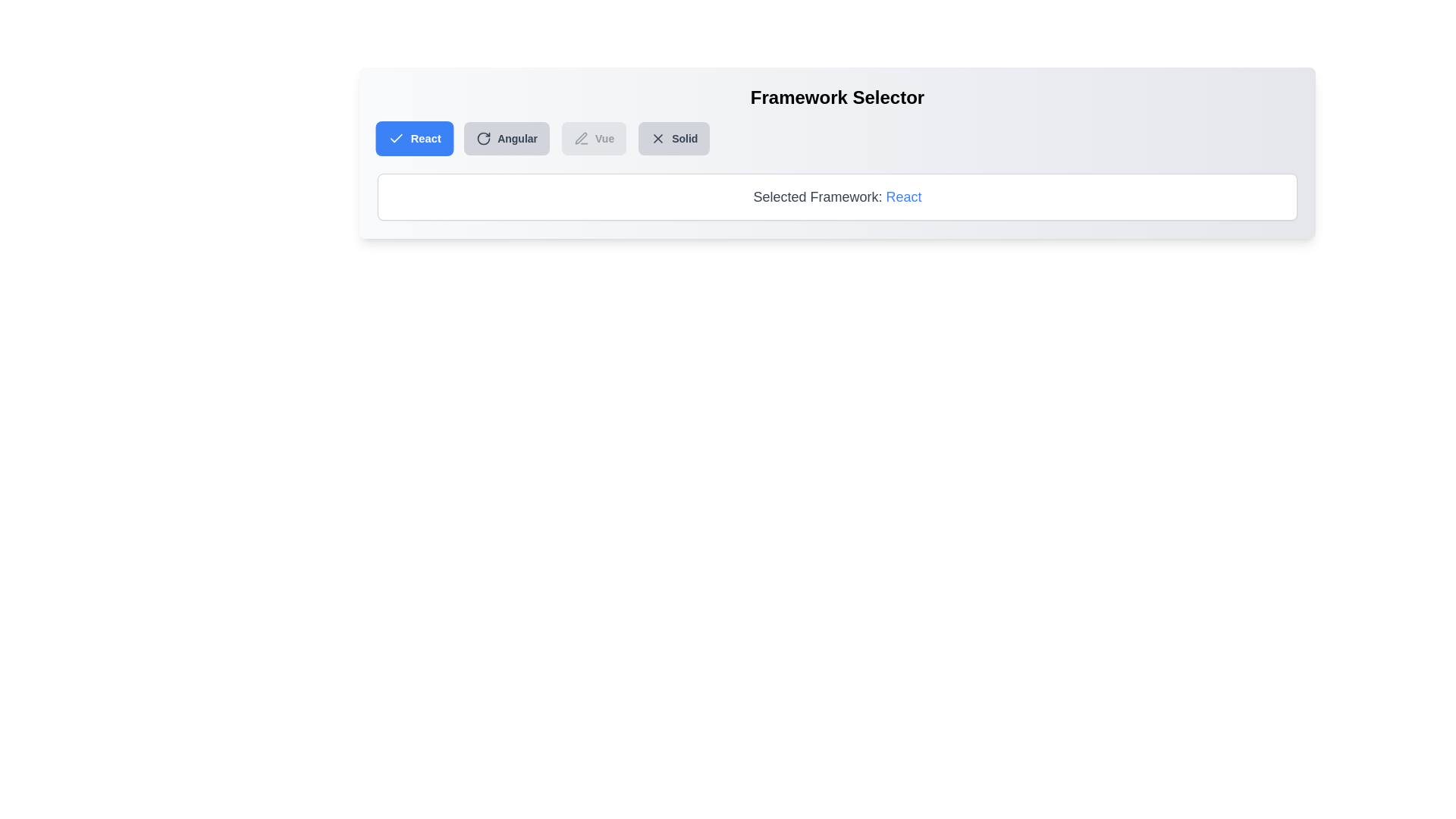 The image size is (1456, 819). What do you see at coordinates (658, 138) in the screenshot?
I see `the Icon located to the left of the 'Solid' text label within the 'Solid' button of the framework selector component` at bounding box center [658, 138].